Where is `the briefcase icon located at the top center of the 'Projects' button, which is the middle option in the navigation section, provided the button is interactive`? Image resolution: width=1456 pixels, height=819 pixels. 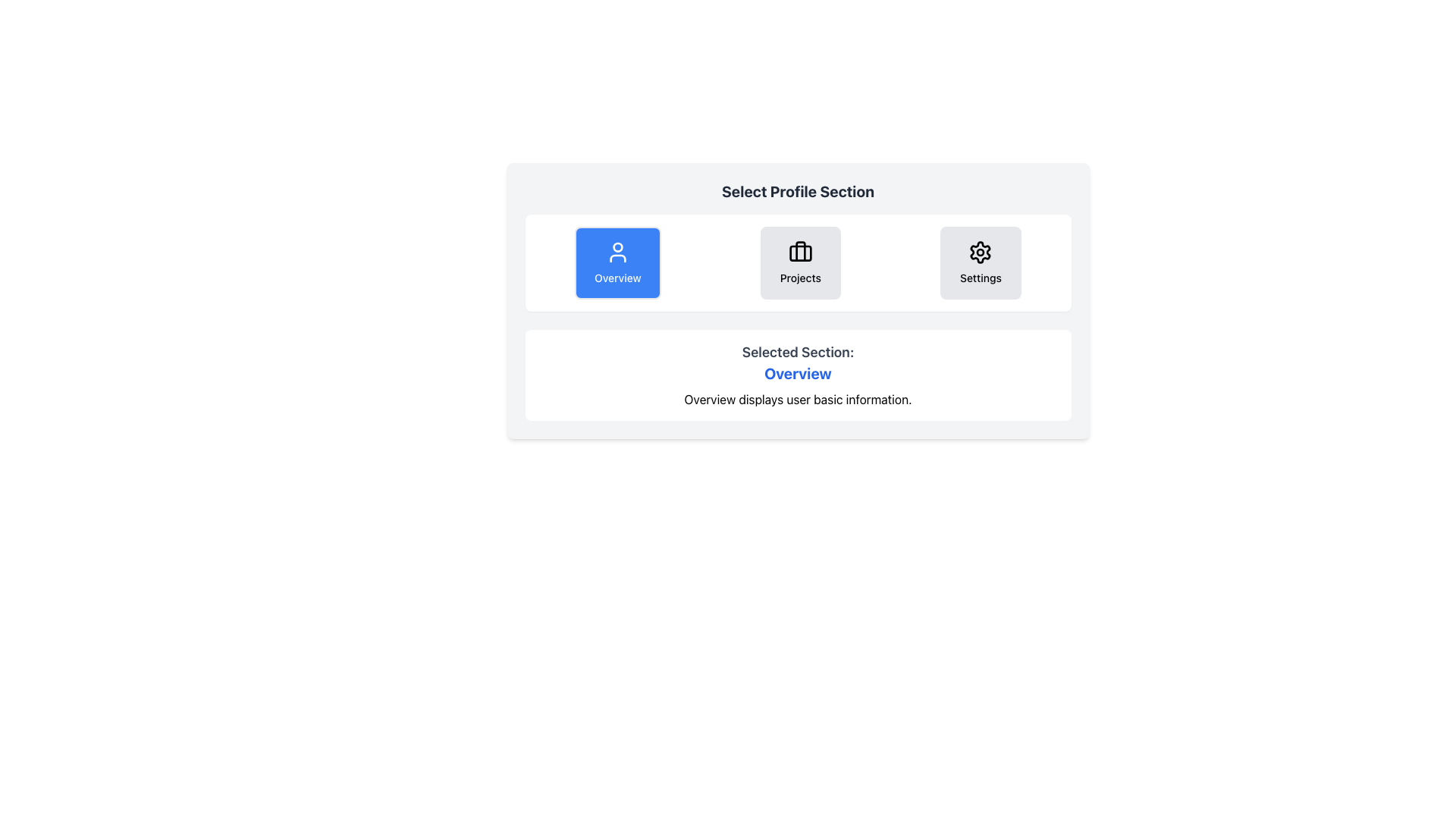
the briefcase icon located at the top center of the 'Projects' button, which is the middle option in the navigation section, provided the button is interactive is located at coordinates (799, 251).